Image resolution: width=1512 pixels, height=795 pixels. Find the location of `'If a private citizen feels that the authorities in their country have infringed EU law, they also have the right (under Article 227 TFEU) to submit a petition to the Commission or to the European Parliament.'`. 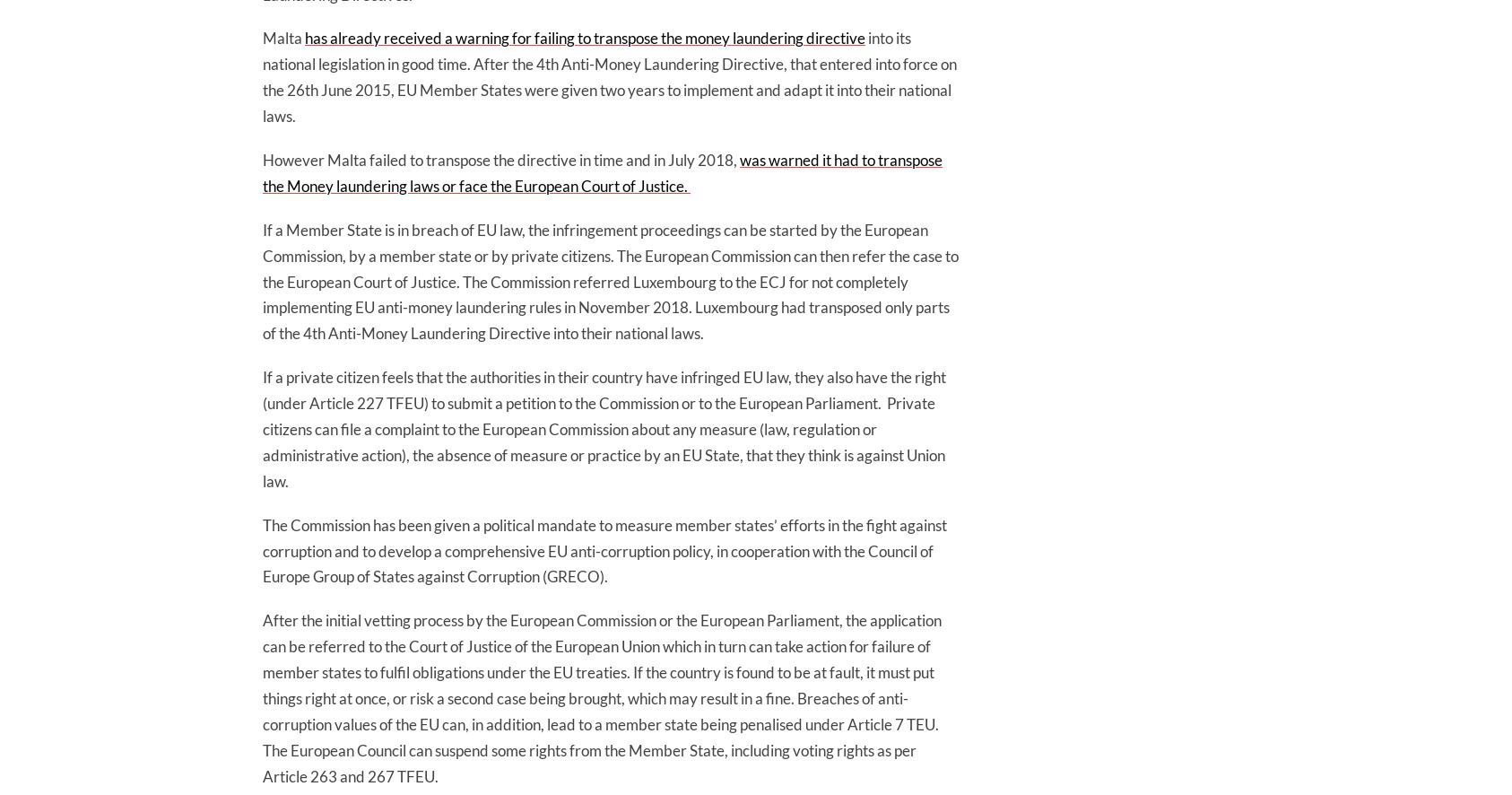

'If a private citizen feels that the authorities in their country have infringed EU law, they also have the right (under Article 227 TFEU) to submit a petition to the Commission or to the European Parliament.' is located at coordinates (262, 389).